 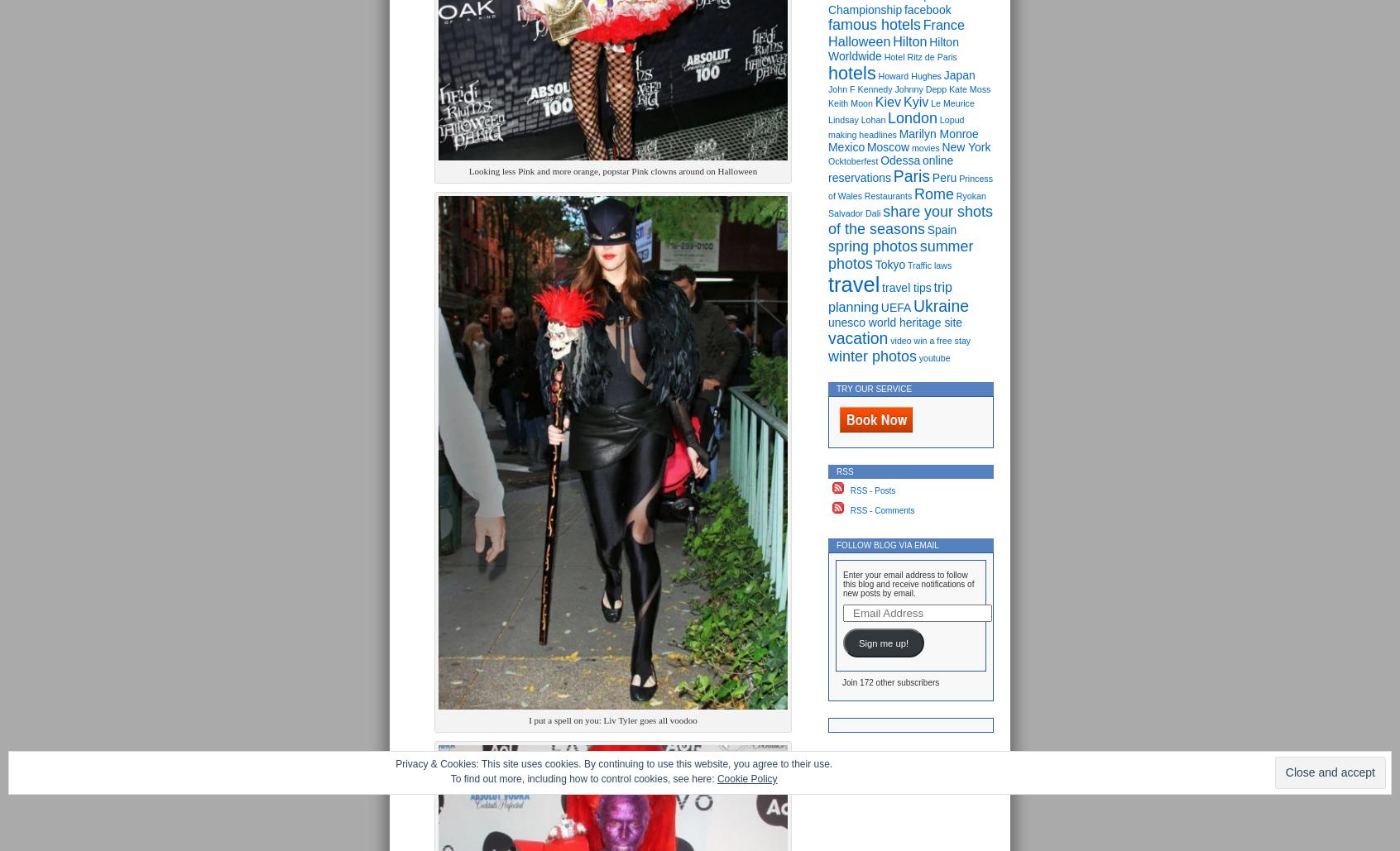 I want to click on 'travel', so click(x=827, y=284).